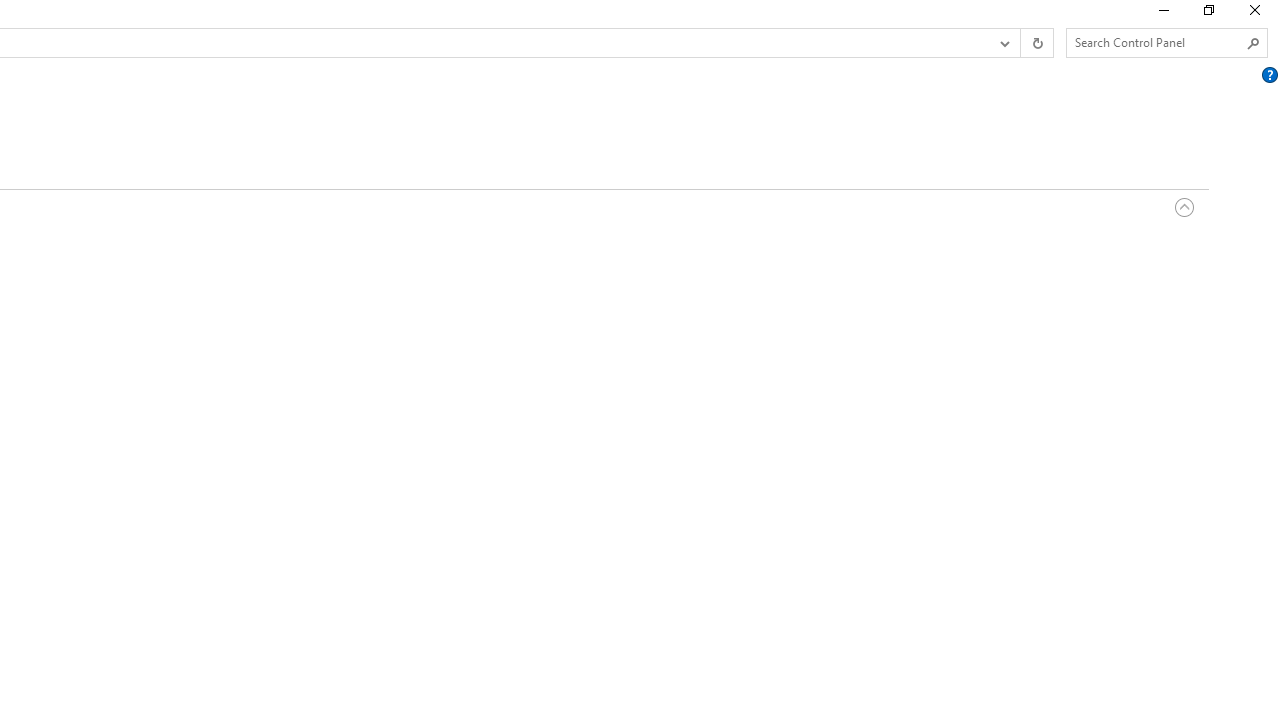 This screenshot has height=720, width=1280. What do you see at coordinates (1036, 43) in the screenshot?
I see `'Refresh "BitLocker Drive Encryption" (F5)'` at bounding box center [1036, 43].